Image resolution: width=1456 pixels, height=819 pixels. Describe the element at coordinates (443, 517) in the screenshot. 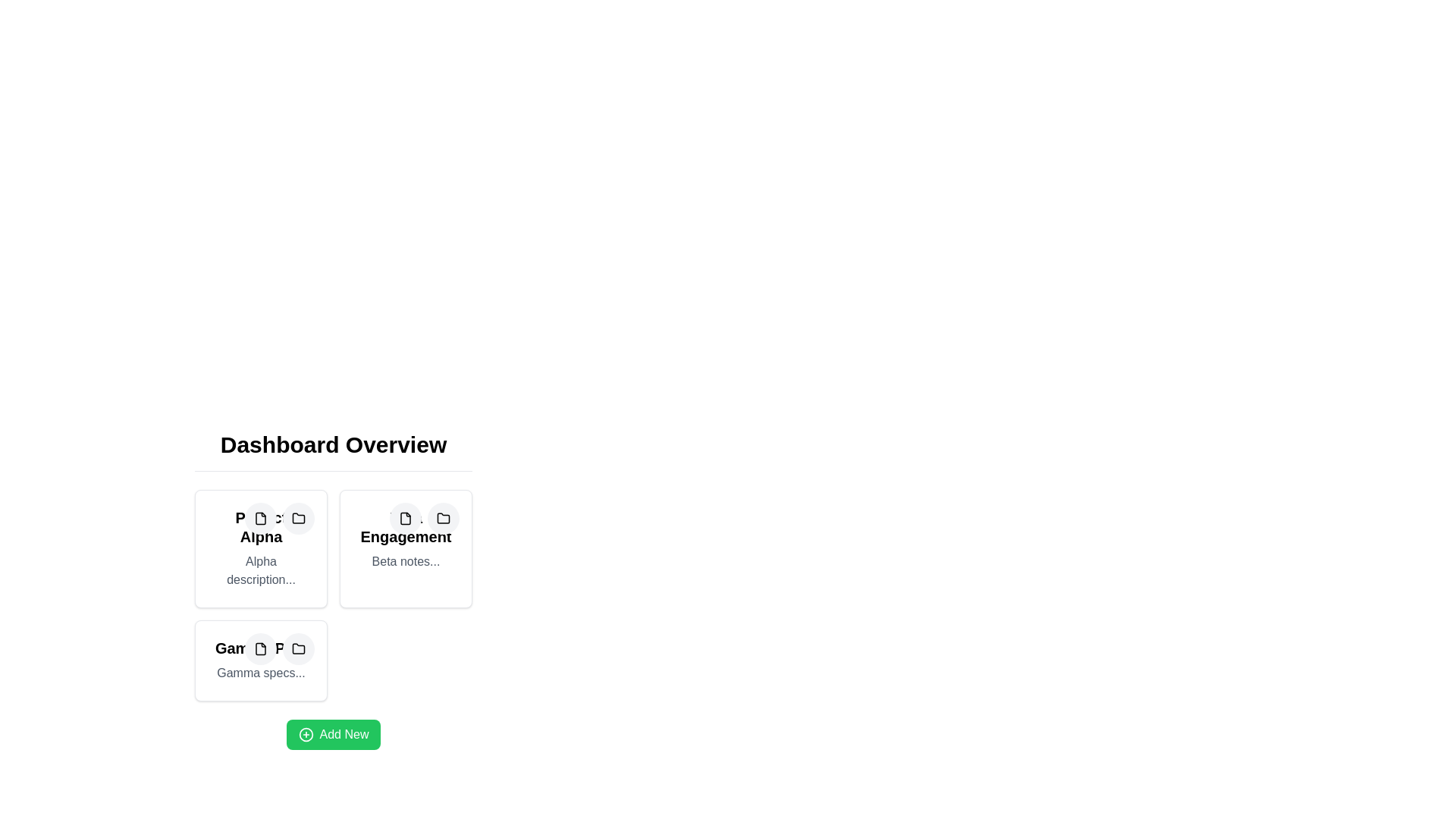

I see `the rounded gray button with a folder icon located in the top-right corner of the 'Engagement' card` at that location.